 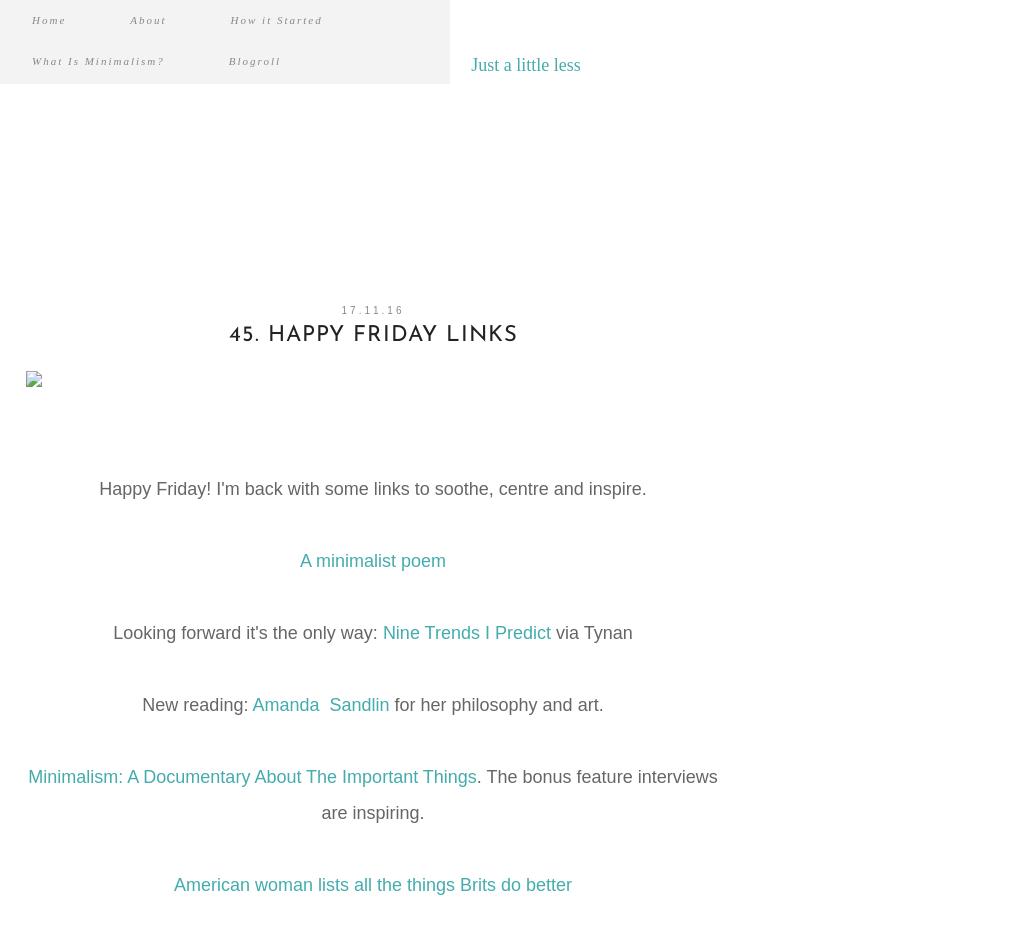 I want to click on '45. Happy Friday Links', so click(x=371, y=335).